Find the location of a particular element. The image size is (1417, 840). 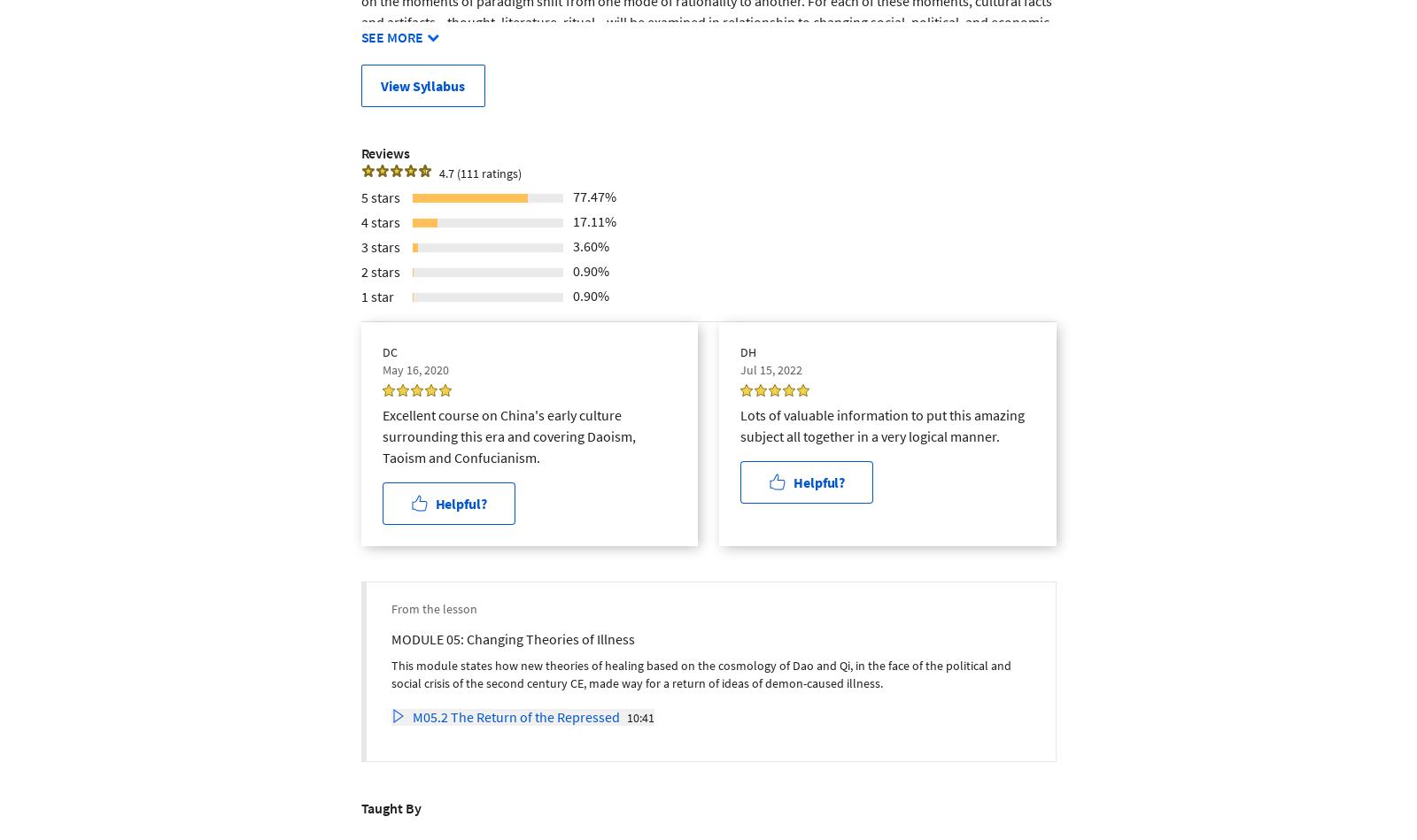

'Jul 15, 2022' is located at coordinates (770, 368).